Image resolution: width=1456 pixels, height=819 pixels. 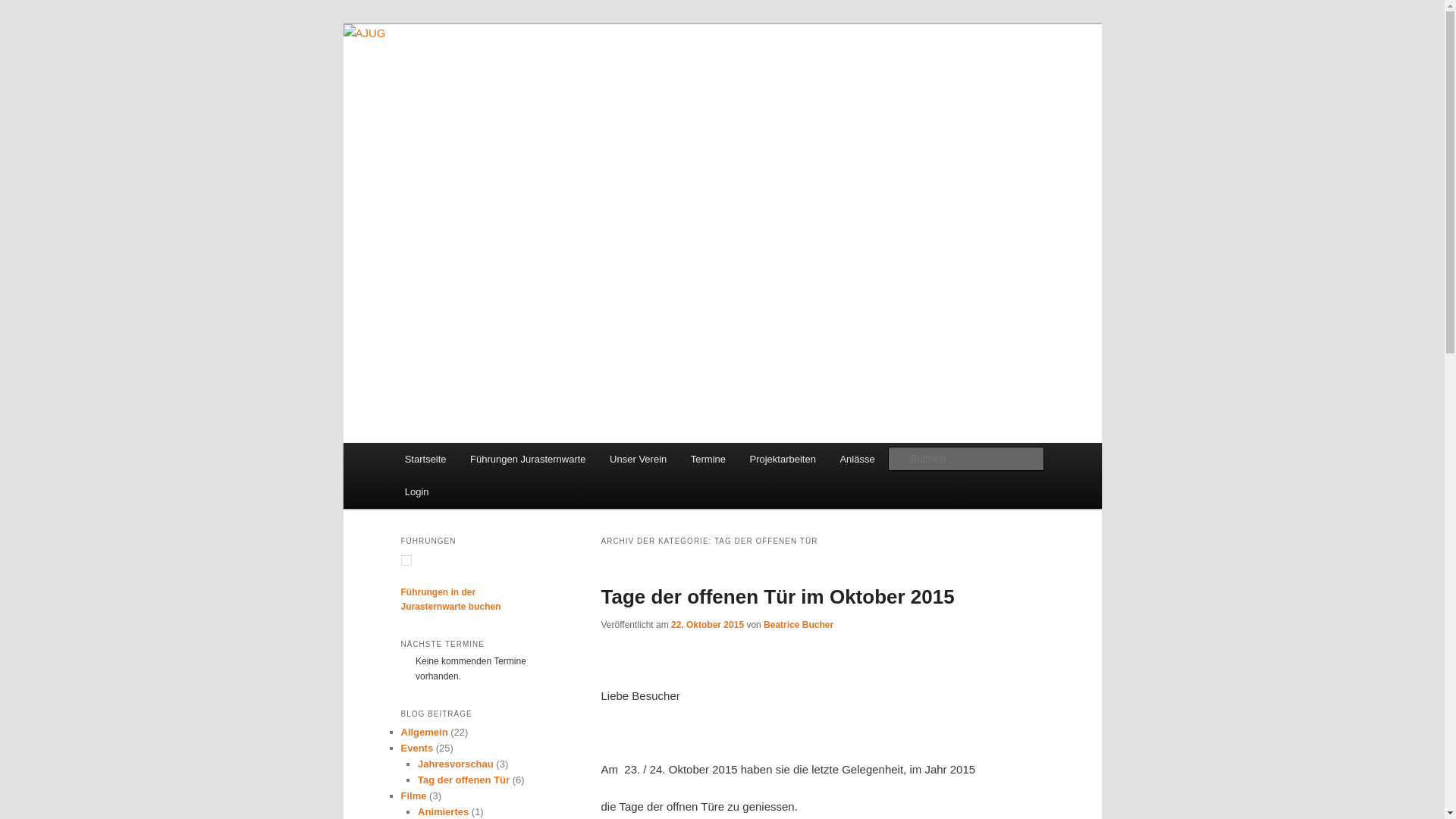 What do you see at coordinates (416, 491) in the screenshot?
I see `'Login'` at bounding box center [416, 491].